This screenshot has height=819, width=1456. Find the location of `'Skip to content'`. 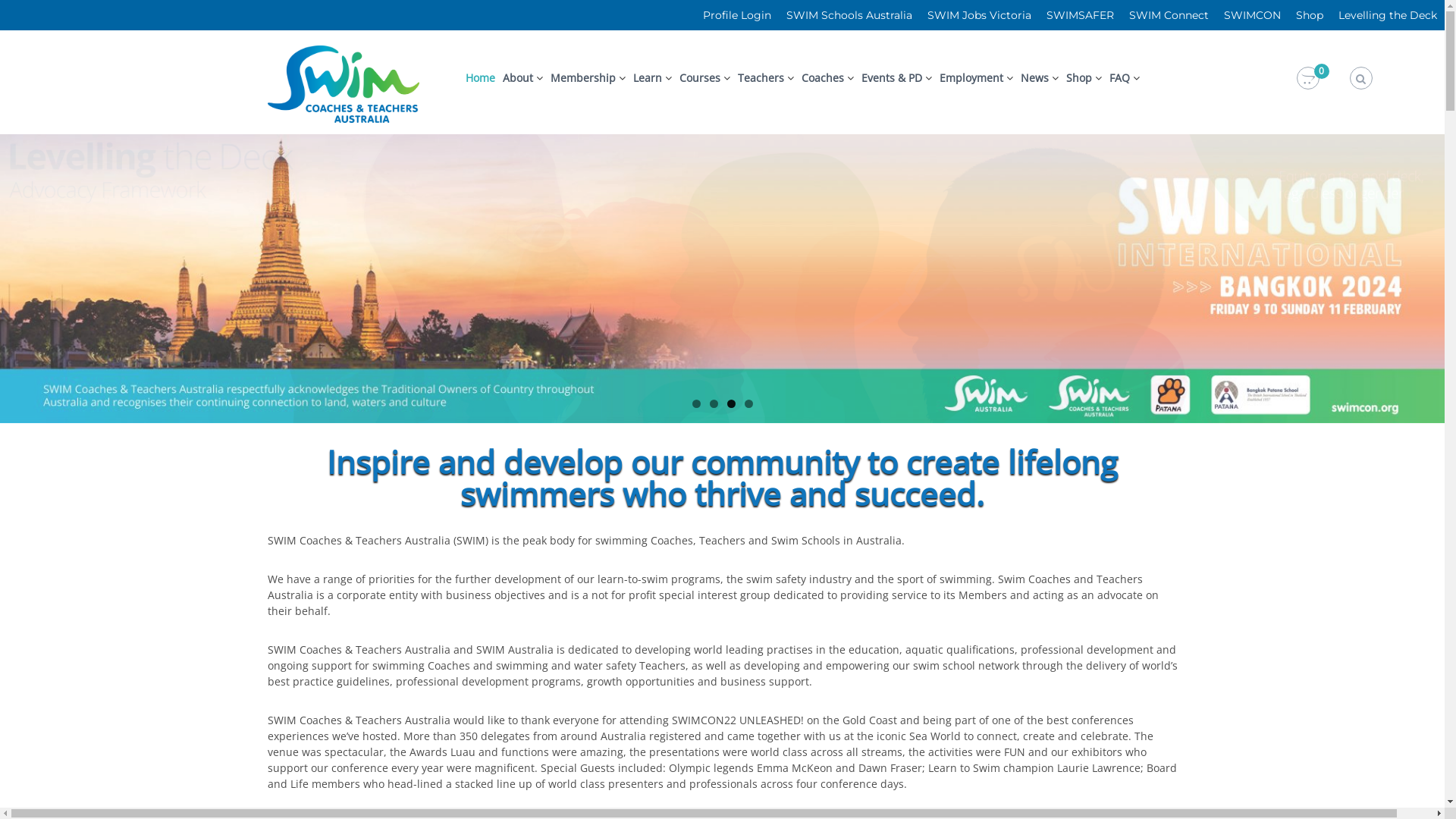

'Skip to content' is located at coordinates (0, 30).